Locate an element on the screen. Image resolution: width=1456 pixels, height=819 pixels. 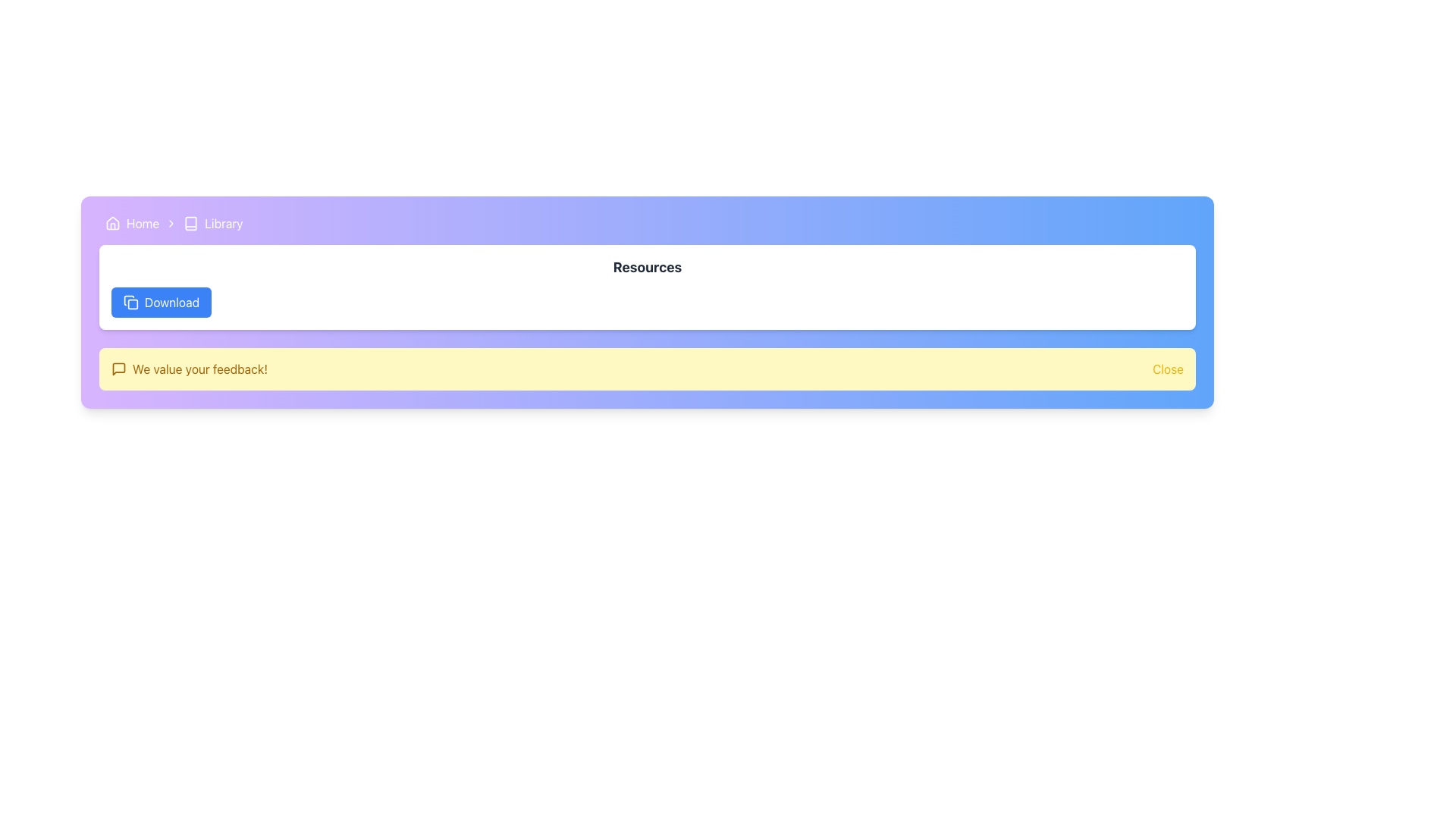
the 'Download' icon located inside the blue button labeled 'Download', positioned at the top-left corner of the button is located at coordinates (130, 302).